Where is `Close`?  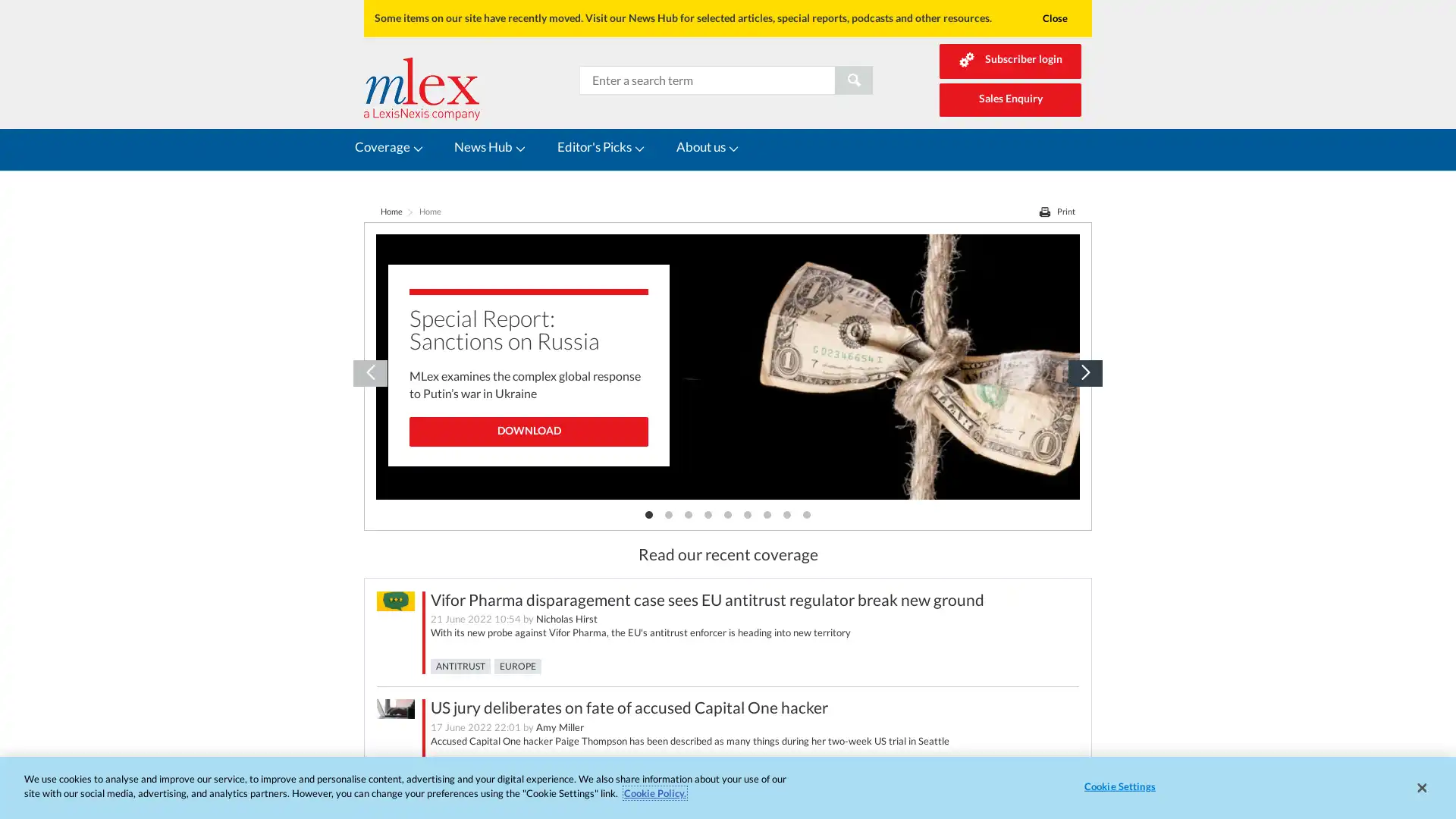 Close is located at coordinates (1054, 17).